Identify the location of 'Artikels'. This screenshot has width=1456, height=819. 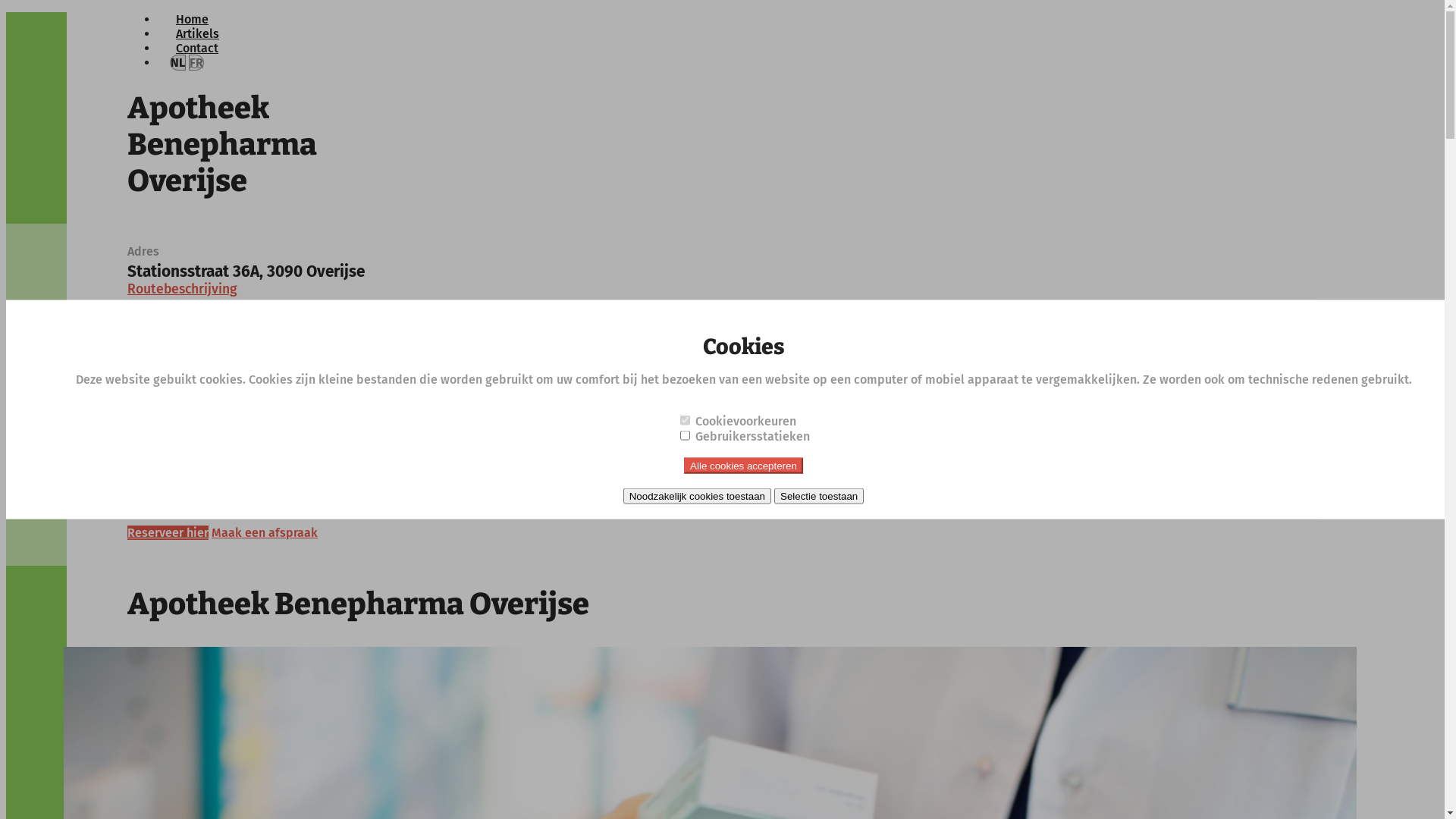
(196, 33).